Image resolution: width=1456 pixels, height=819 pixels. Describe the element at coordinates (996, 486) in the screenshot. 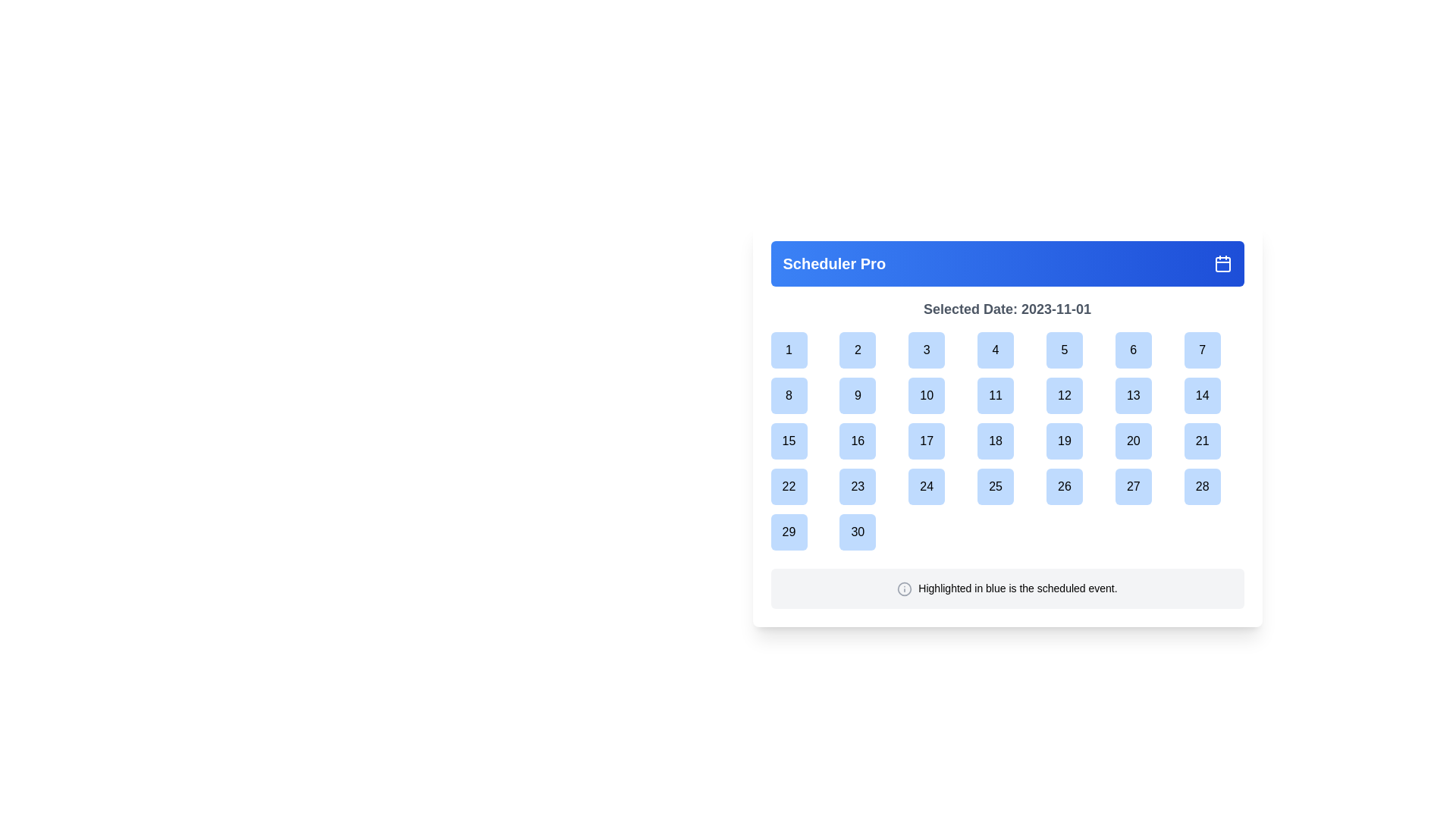

I see `the blue button displaying '25' in the calendar grid` at that location.